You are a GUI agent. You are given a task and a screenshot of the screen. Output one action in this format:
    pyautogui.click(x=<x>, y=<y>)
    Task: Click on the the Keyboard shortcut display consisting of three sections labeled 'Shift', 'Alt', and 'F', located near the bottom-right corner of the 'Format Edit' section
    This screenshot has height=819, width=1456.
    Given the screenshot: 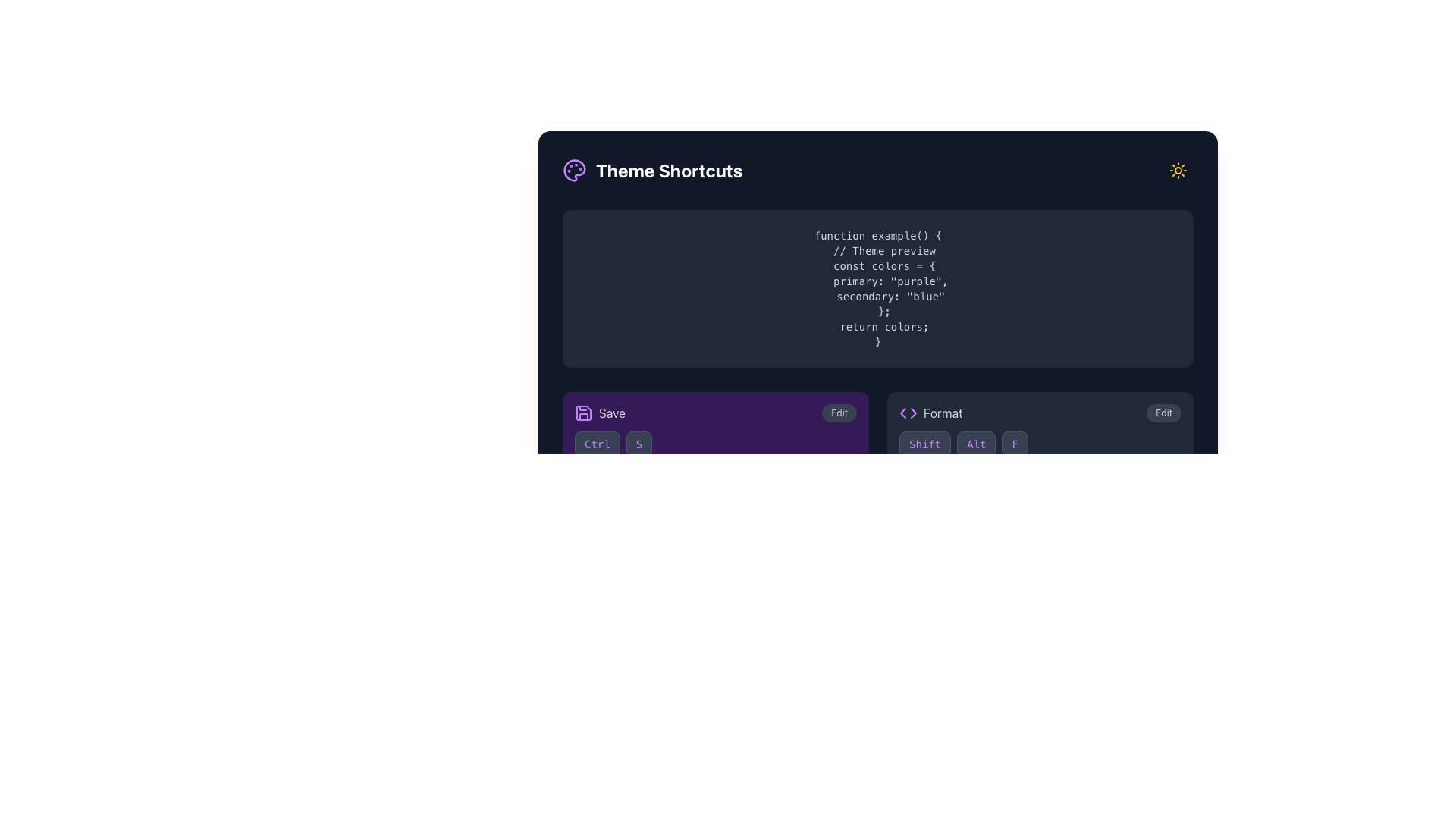 What is the action you would take?
    pyautogui.click(x=1040, y=444)
    